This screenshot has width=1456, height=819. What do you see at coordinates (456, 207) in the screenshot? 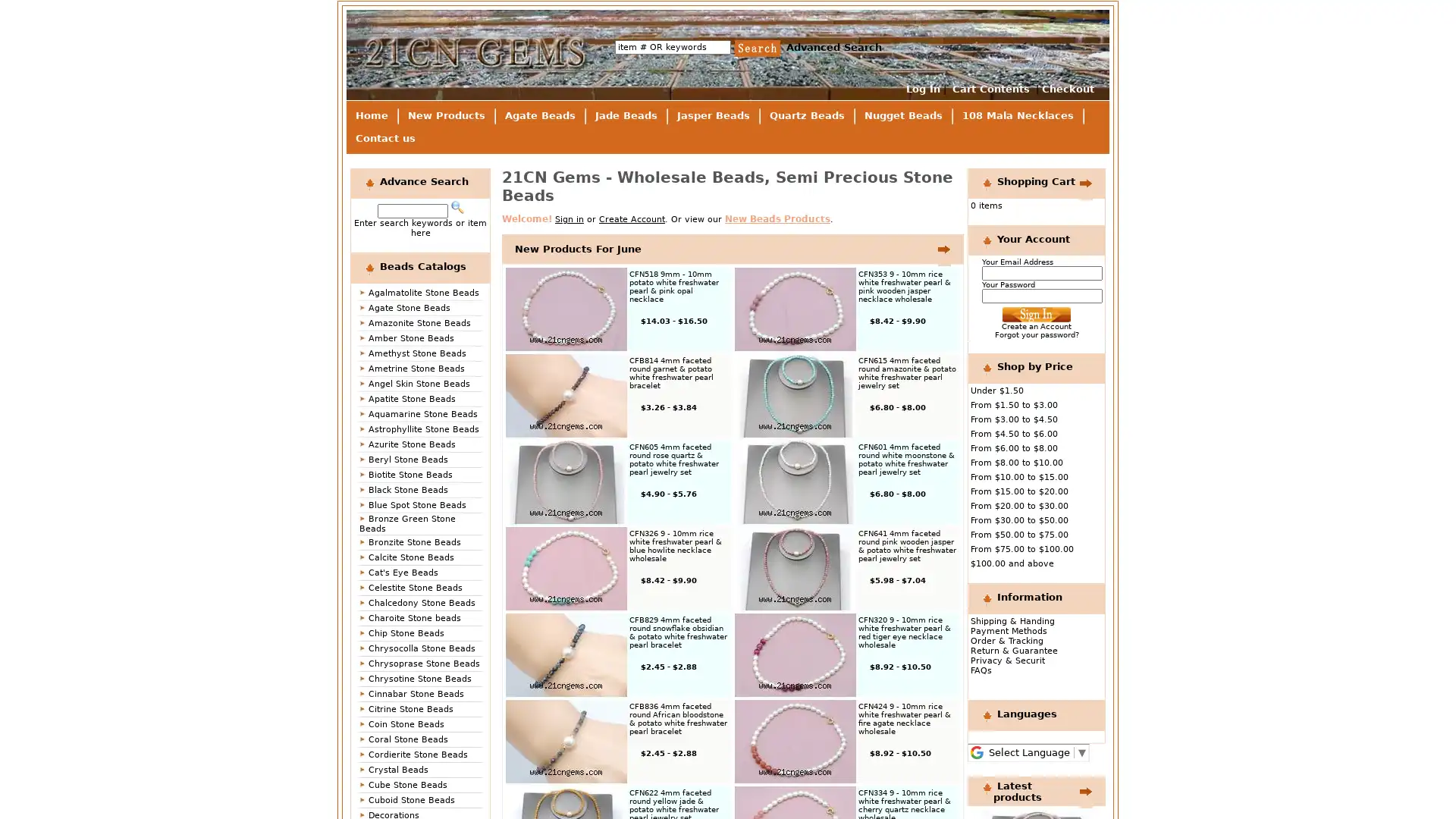
I see `BOX_HEADING_SEARCH` at bounding box center [456, 207].